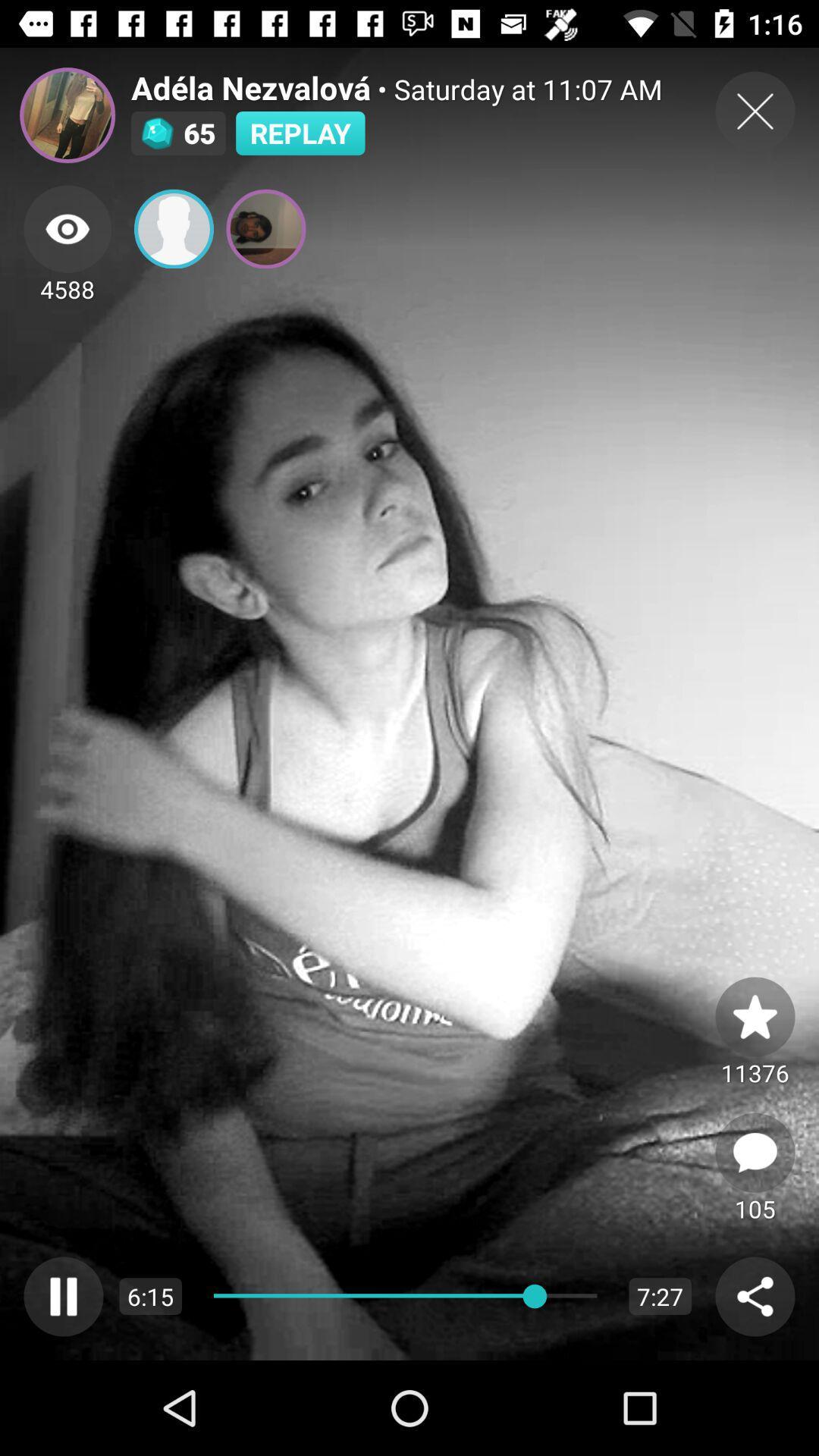 The width and height of the screenshot is (819, 1456). Describe the element at coordinates (755, 111) in the screenshot. I see `window` at that location.